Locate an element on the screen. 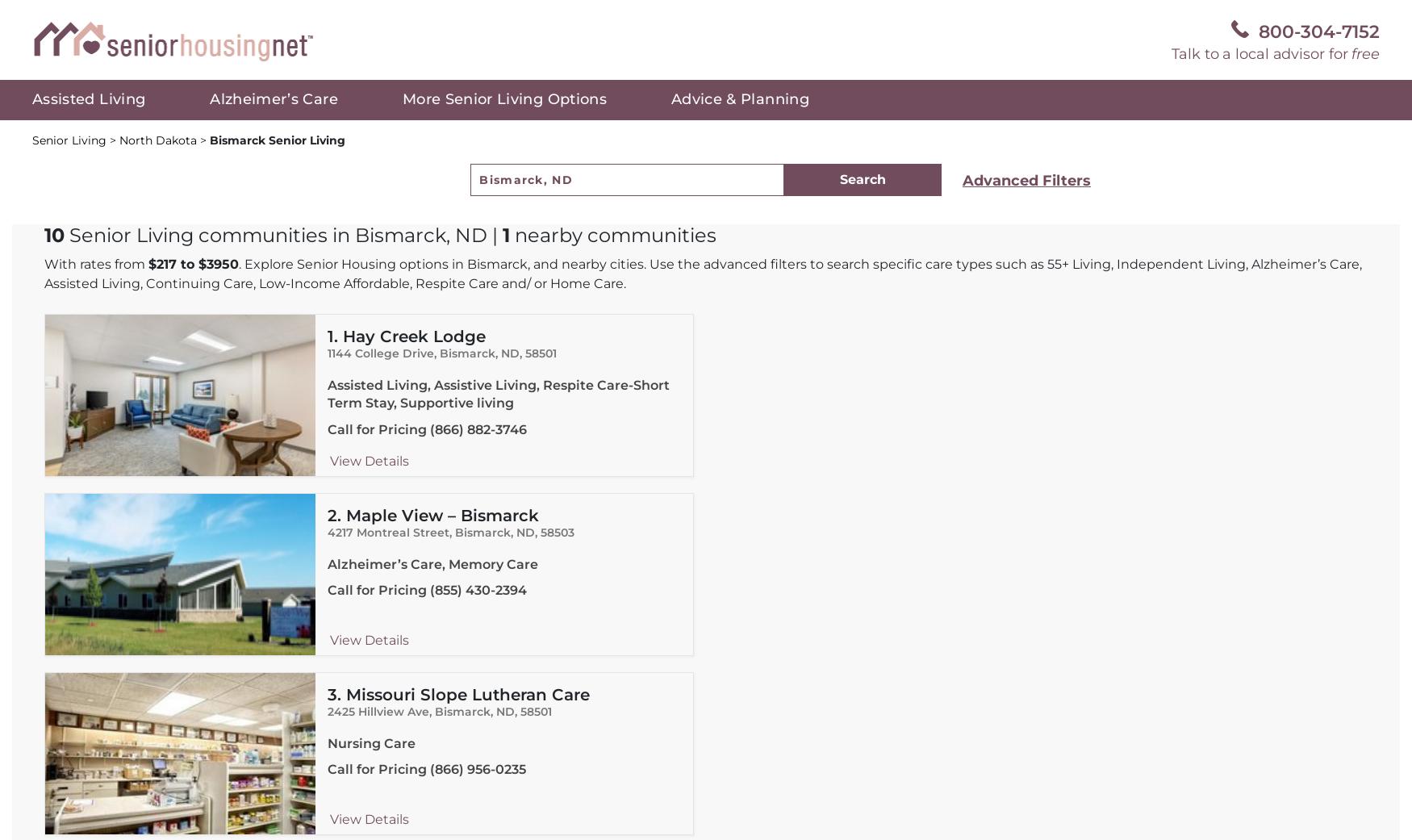  'Assisted Living' is located at coordinates (89, 99).